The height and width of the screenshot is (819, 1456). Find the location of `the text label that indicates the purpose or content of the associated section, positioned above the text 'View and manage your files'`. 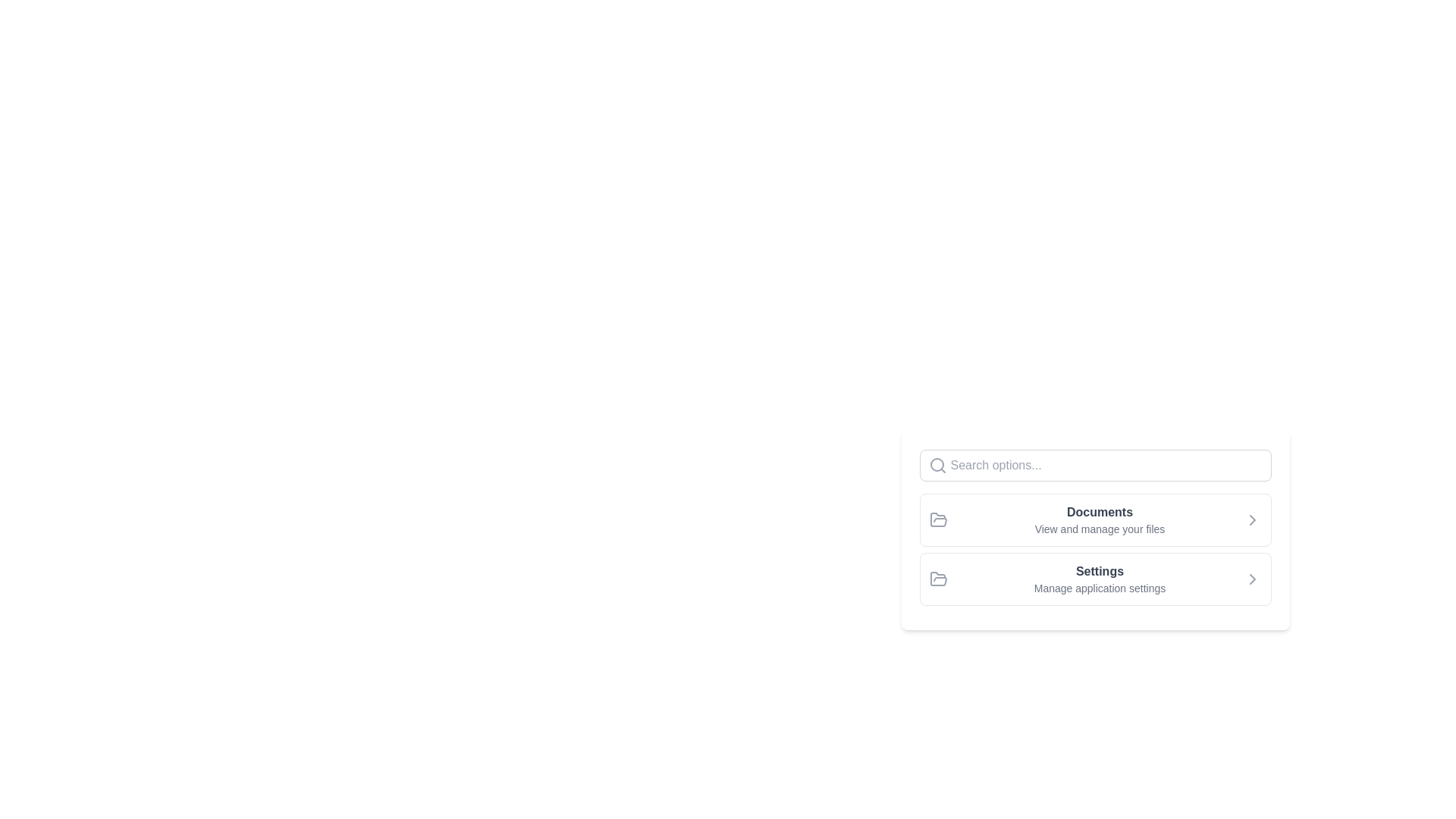

the text label that indicates the purpose or content of the associated section, positioned above the text 'View and manage your files' is located at coordinates (1100, 512).